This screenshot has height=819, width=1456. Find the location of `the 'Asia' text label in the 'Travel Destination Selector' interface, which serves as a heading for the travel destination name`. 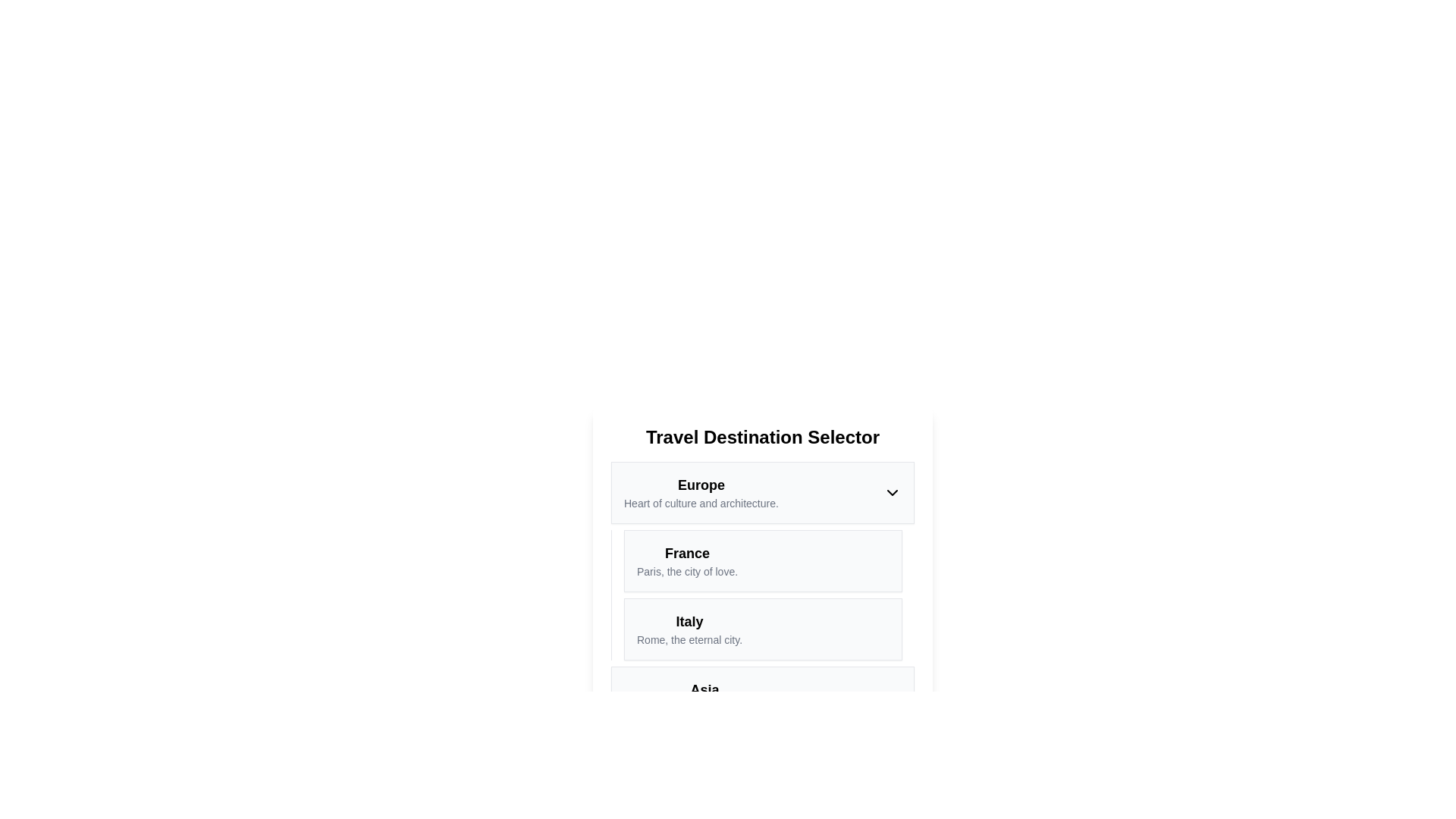

the 'Asia' text label in the 'Travel Destination Selector' interface, which serves as a heading for the travel destination name is located at coordinates (704, 690).